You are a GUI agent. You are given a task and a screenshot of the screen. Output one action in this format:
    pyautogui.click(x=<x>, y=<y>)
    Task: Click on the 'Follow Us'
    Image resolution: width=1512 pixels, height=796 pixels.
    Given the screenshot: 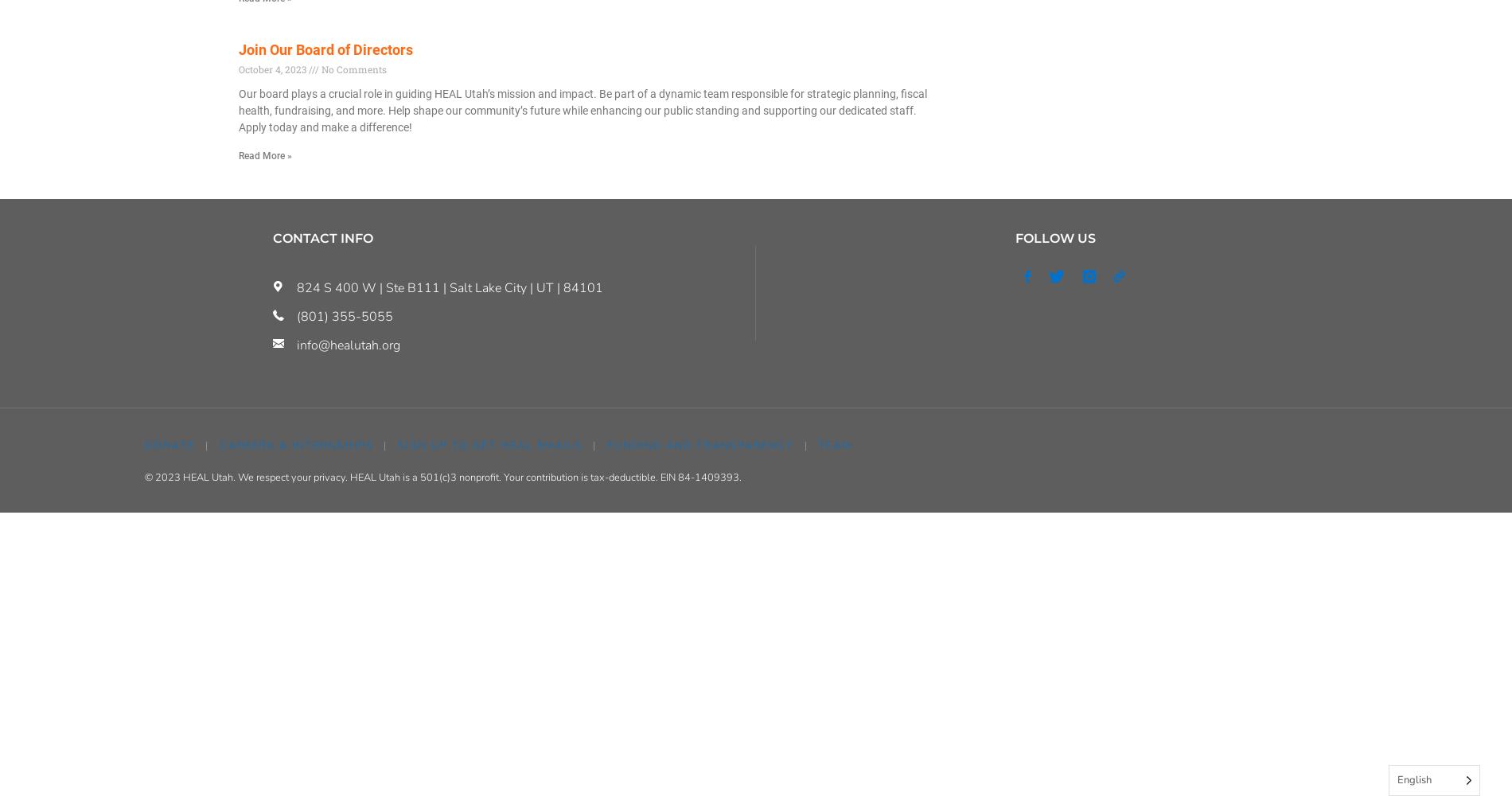 What is the action you would take?
    pyautogui.click(x=1054, y=237)
    